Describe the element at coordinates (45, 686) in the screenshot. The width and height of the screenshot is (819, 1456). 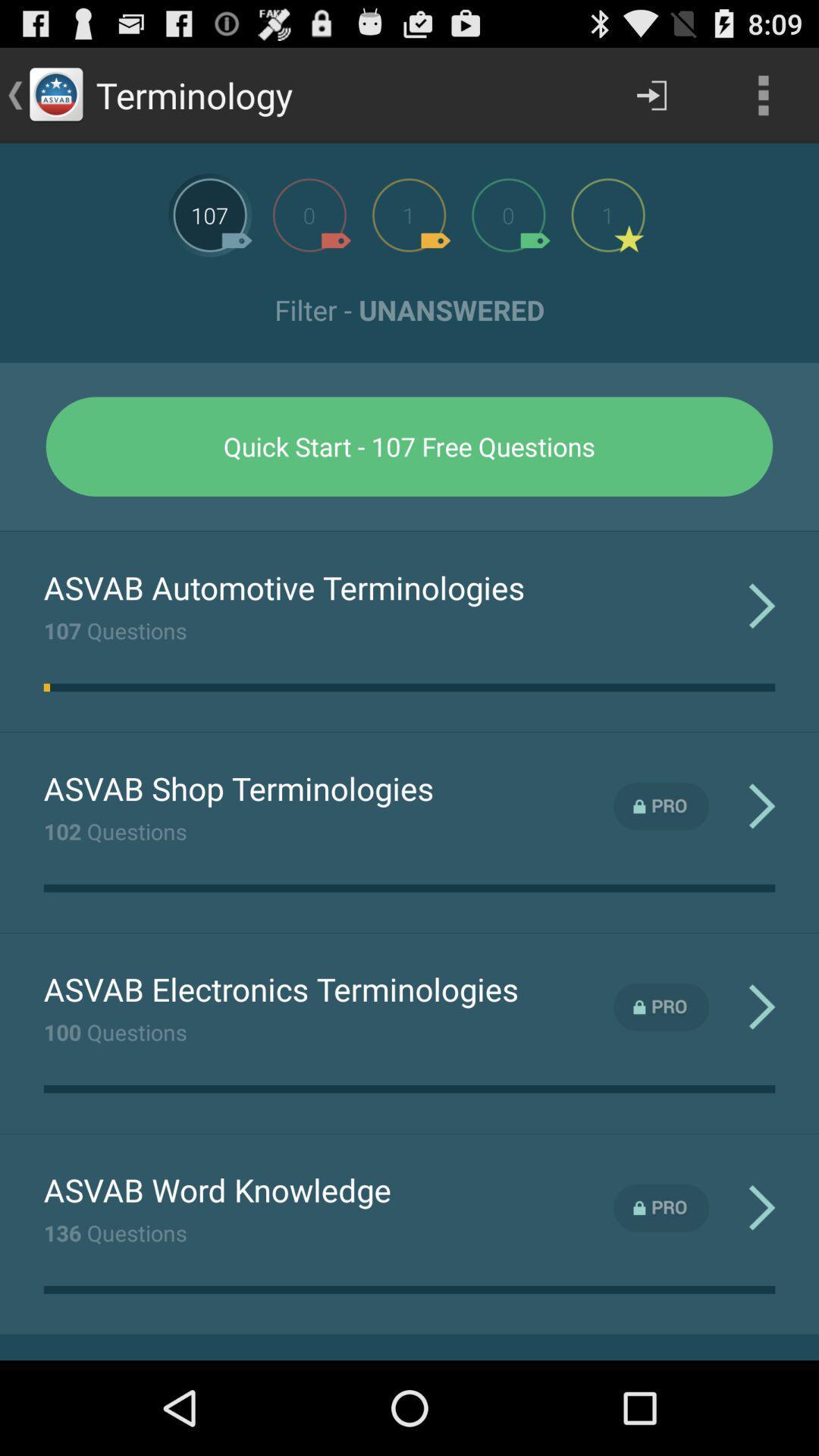
I see `the icon above the asvab shop terminologies app` at that location.